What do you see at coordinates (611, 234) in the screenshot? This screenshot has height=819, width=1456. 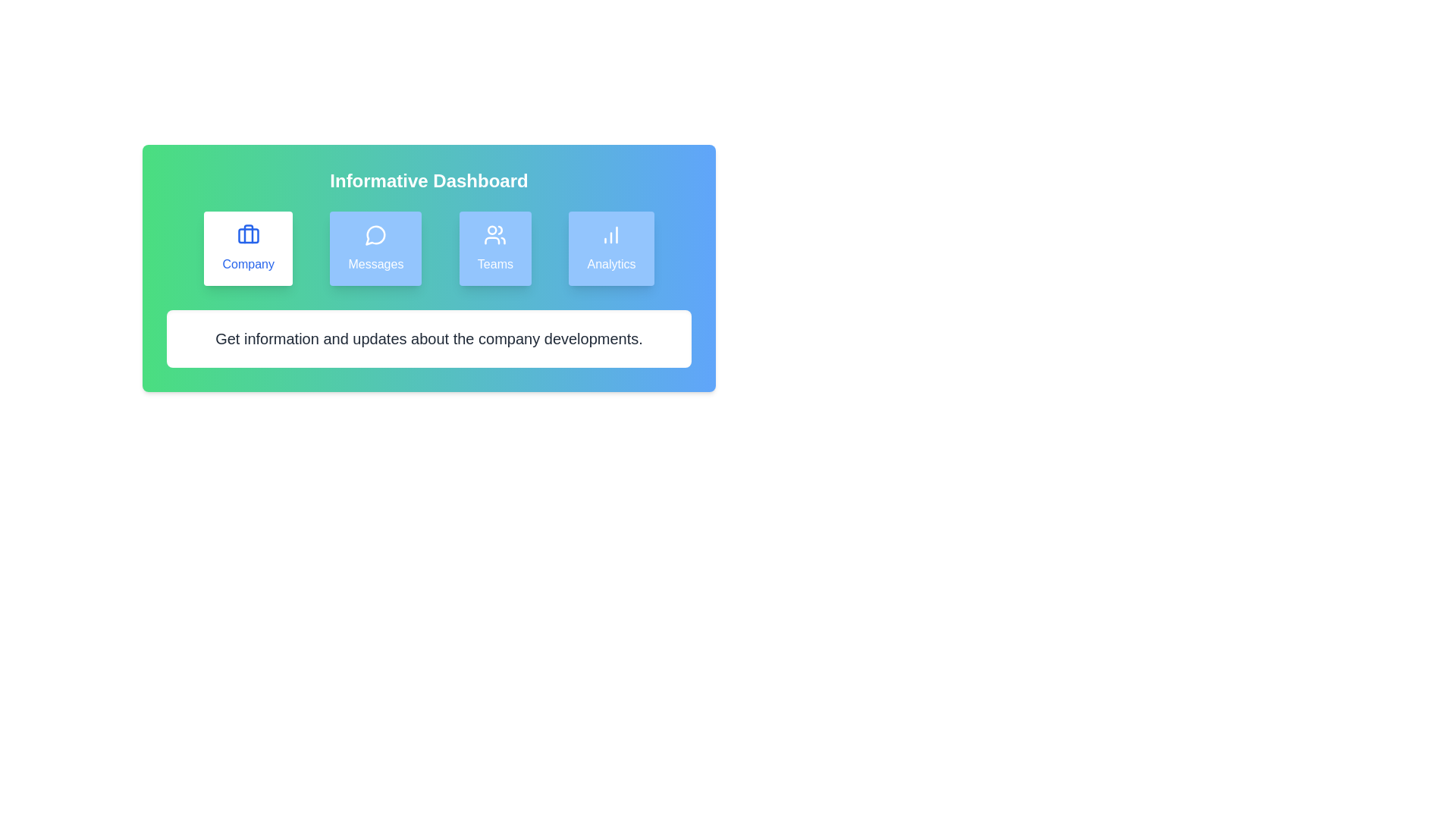 I see `the 'Analytics' button which contains the minimalist bar chart icon, positioned as the fourth button in a row of square buttons` at bounding box center [611, 234].